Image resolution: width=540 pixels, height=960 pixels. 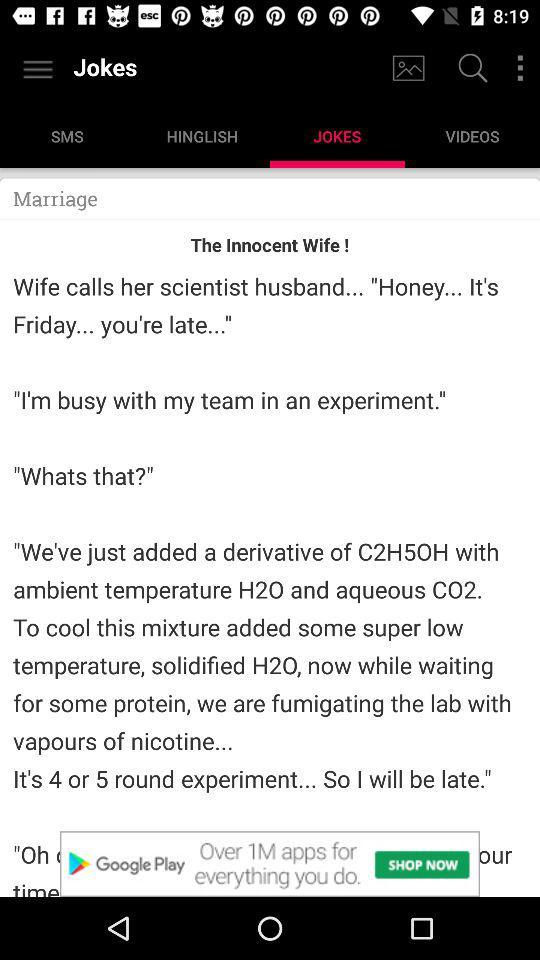 I want to click on description, so click(x=270, y=863).